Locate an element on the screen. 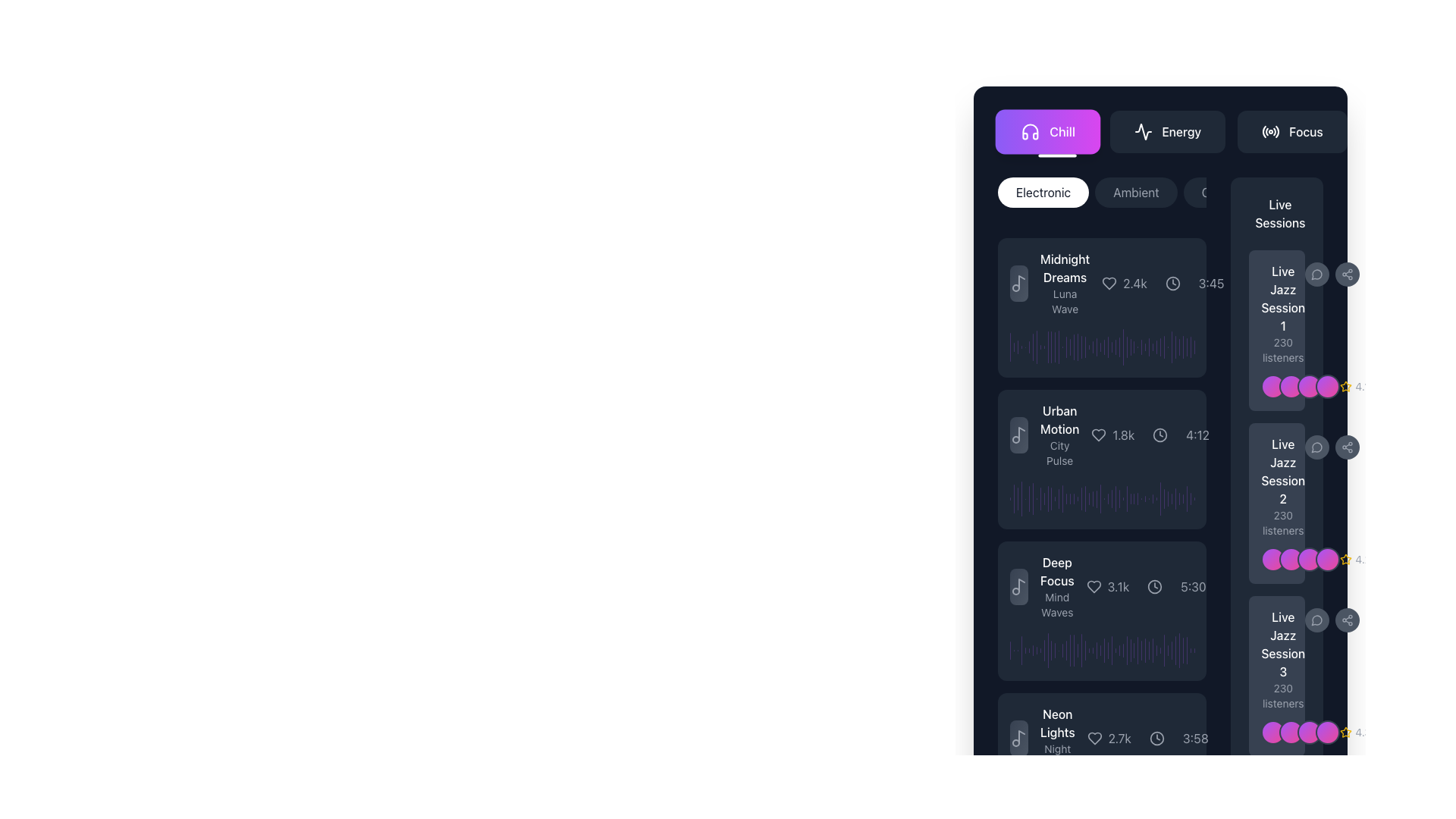 This screenshot has height=819, width=1456. the value of the Bar graph element located to the right of 'Live Jazz Session 3', which is the 43rd component in the vertical stack of similar elements is located at coordinates (1182, 801).